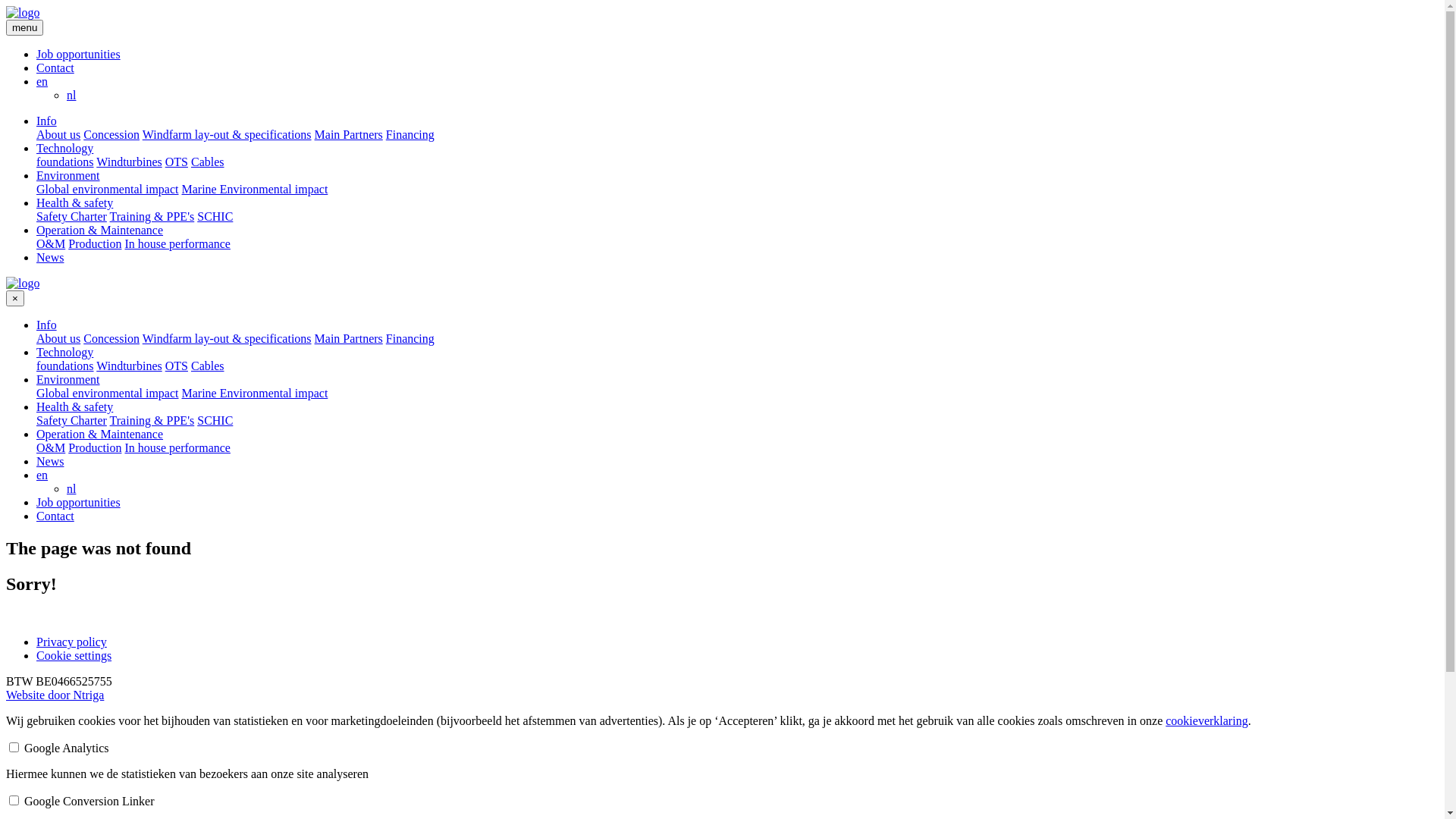 The image size is (1456, 819). What do you see at coordinates (36, 162) in the screenshot?
I see `'foundations'` at bounding box center [36, 162].